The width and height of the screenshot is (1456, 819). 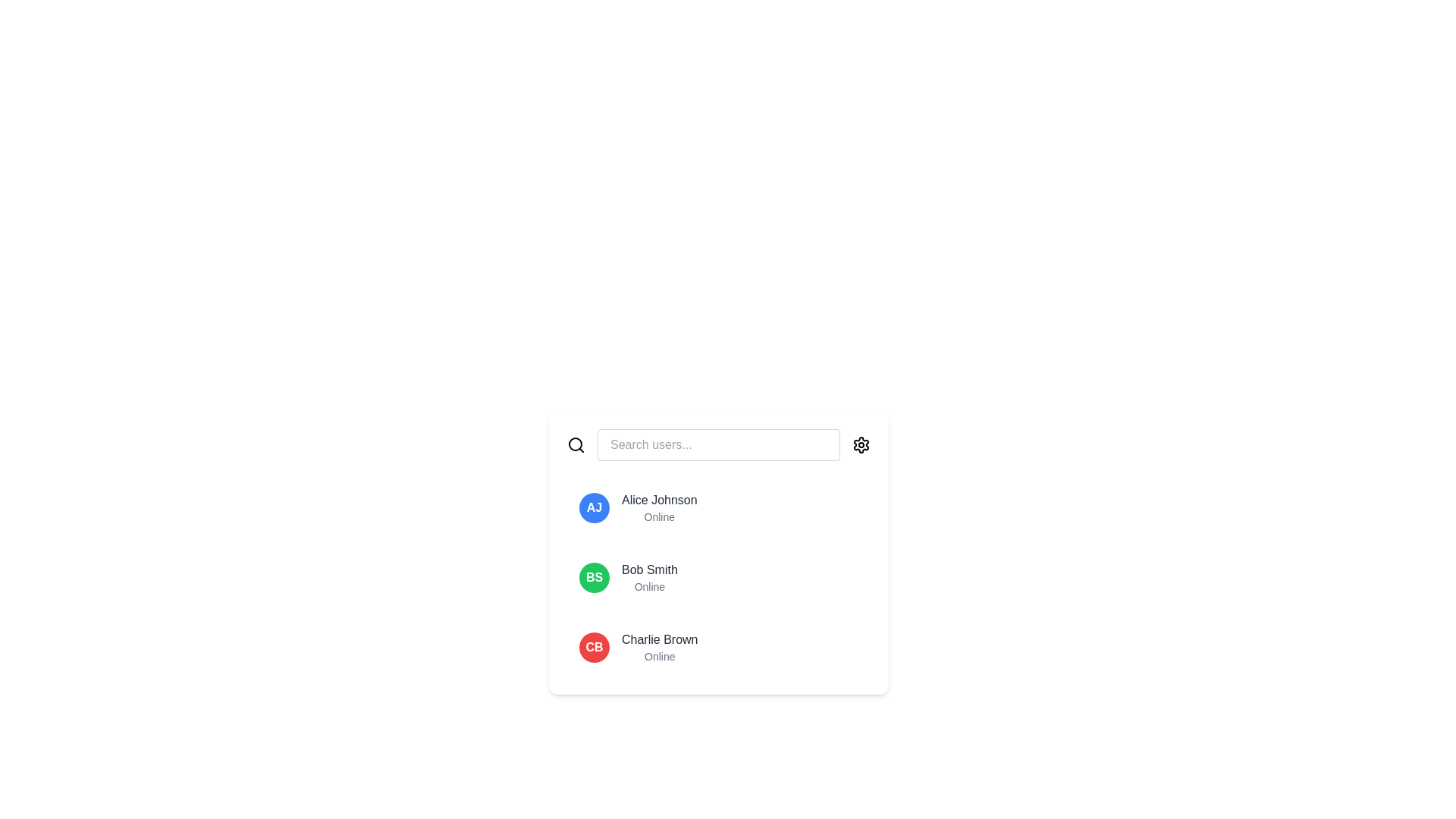 I want to click on the 'Online' text label, which is styled in light gray color and located below 'Bob Smith' in the user card, so click(x=649, y=586).